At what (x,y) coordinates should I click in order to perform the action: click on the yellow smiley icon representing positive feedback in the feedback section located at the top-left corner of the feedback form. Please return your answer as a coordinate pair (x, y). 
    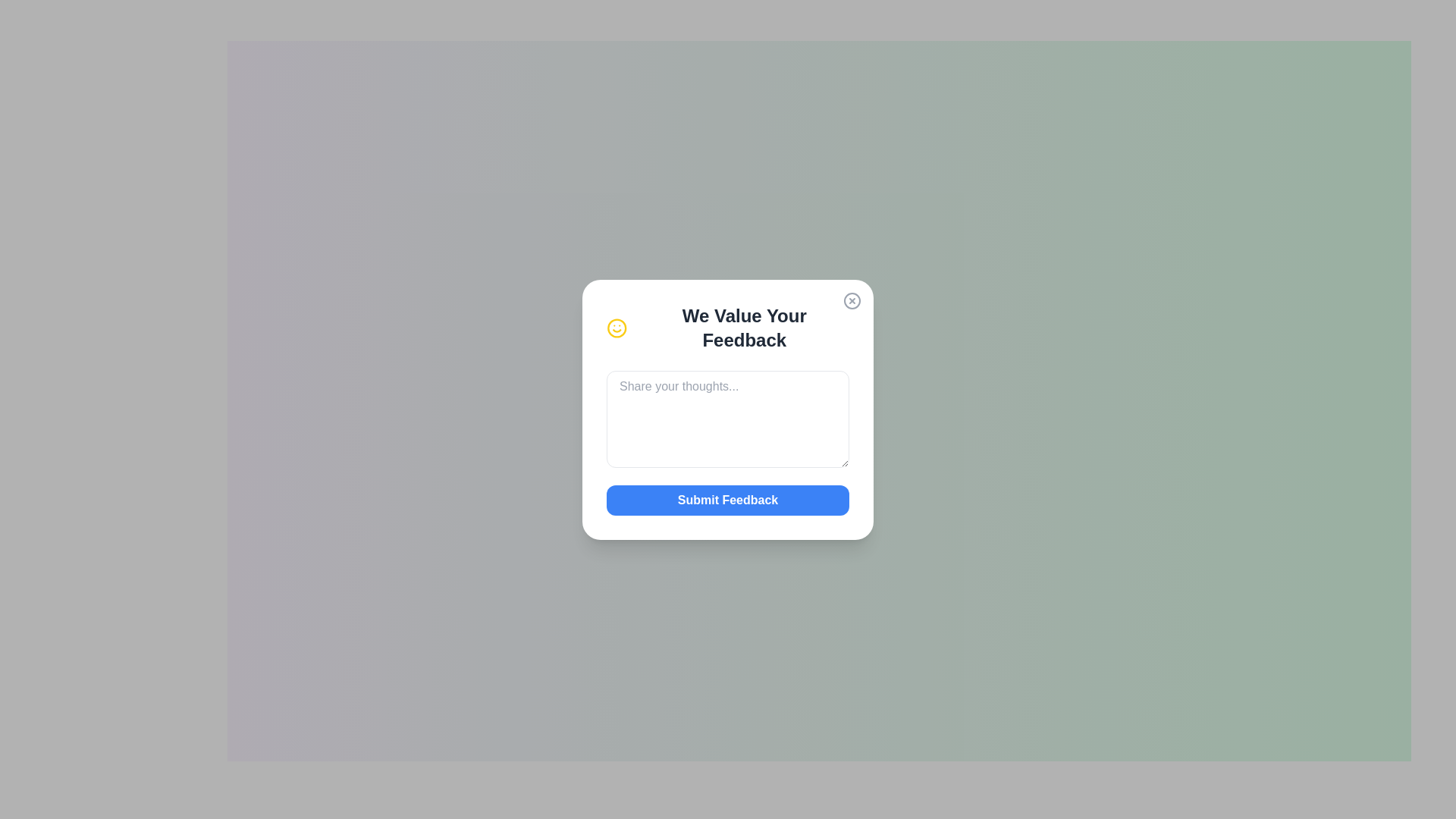
    Looking at the image, I should click on (617, 327).